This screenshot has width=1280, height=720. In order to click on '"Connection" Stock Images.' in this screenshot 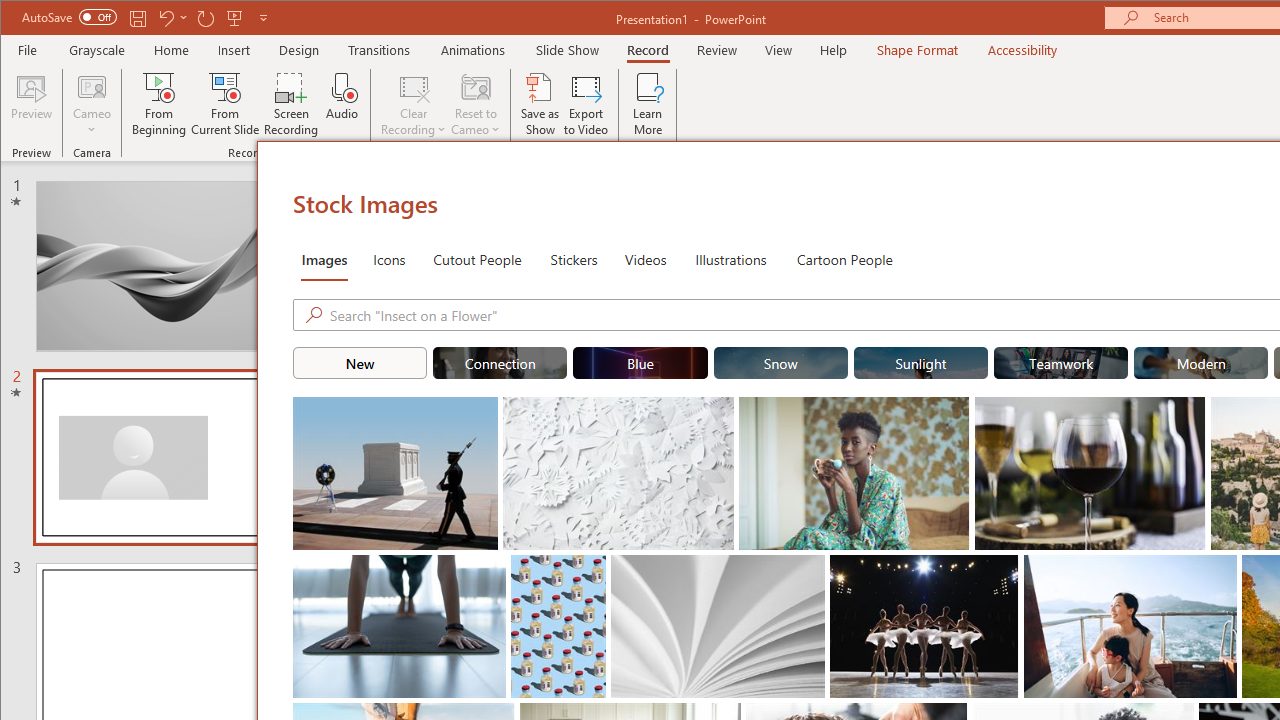, I will do `click(499, 362)`.